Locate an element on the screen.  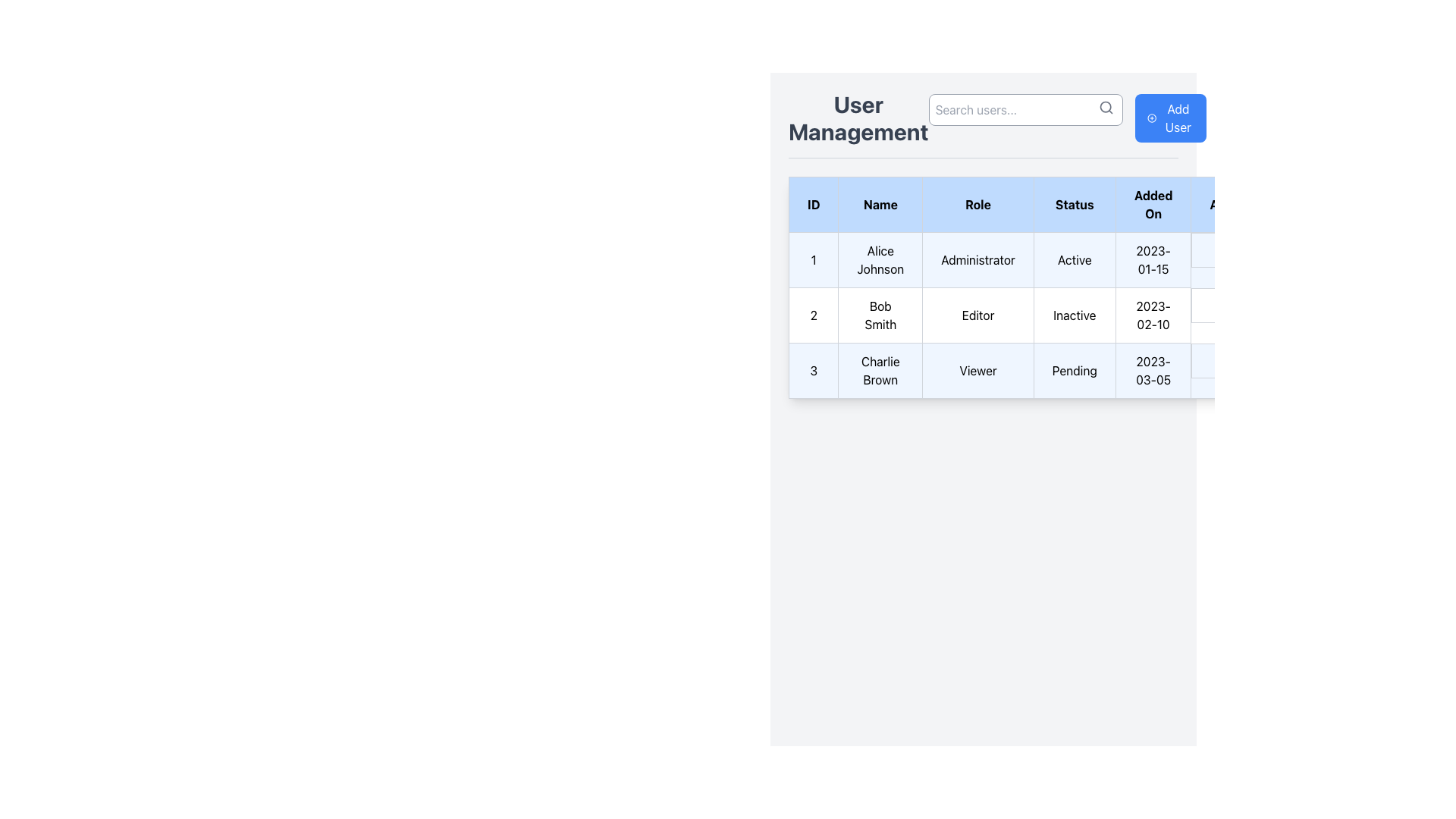
the static text element displaying 'Administrator' in the Role column of the table for the entry 'Alice Johnson' is located at coordinates (978, 259).